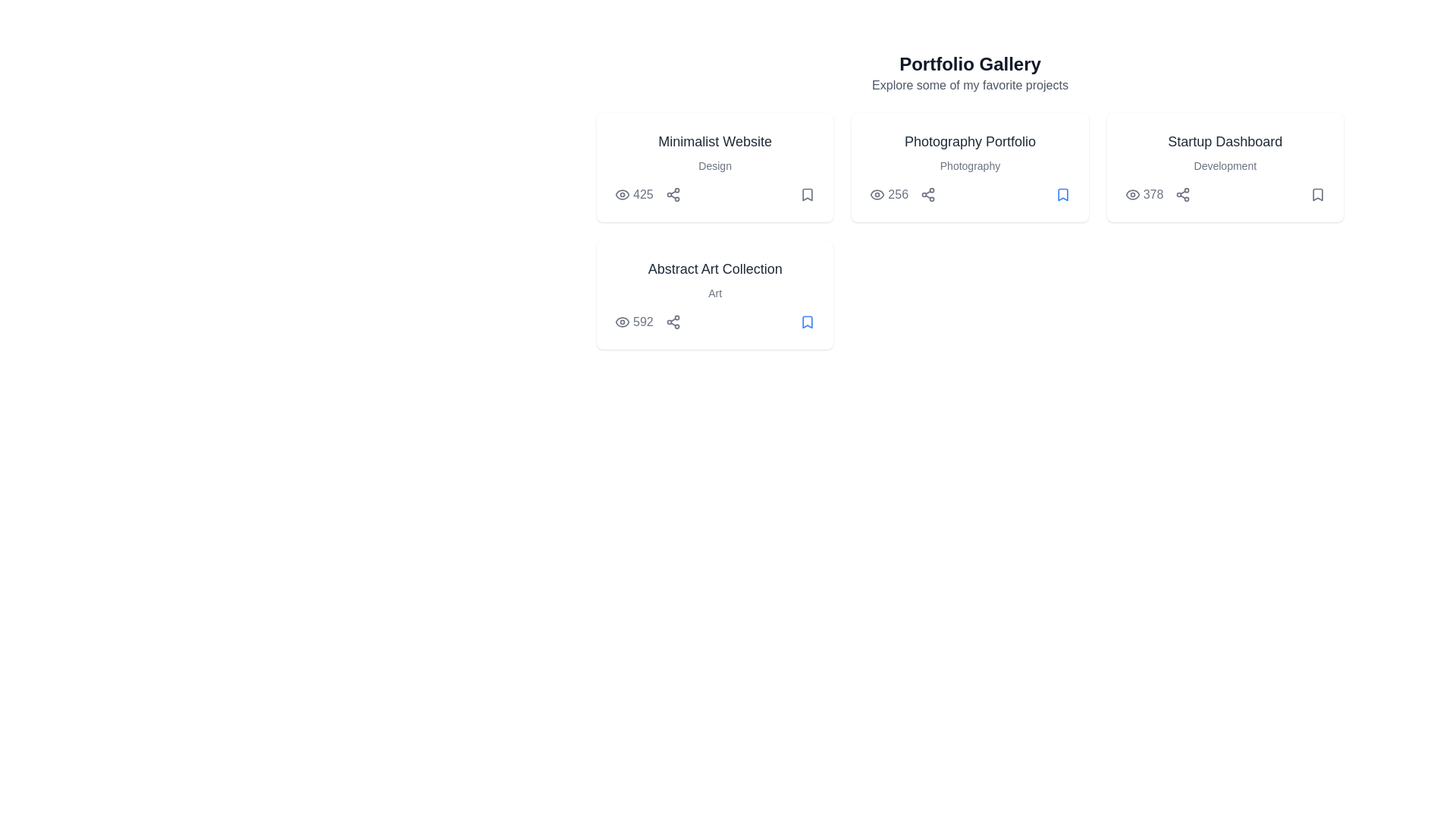 The width and height of the screenshot is (1456, 819). Describe the element at coordinates (969, 85) in the screenshot. I see `the Static Text element that provides context for the portfolio gallery, located directly below the main title 'Portfolio Gallery'` at that location.